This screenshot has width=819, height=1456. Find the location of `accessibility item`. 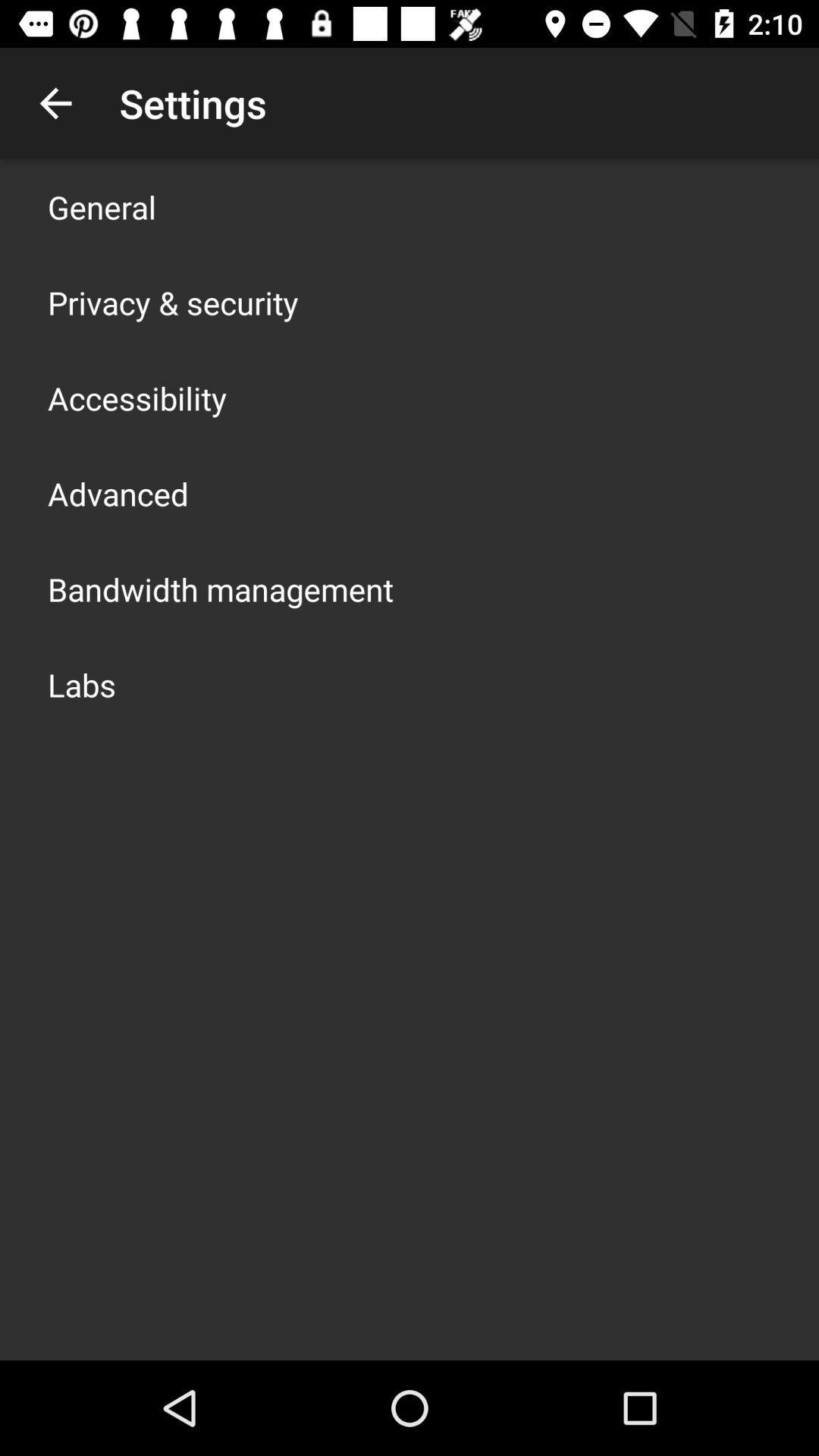

accessibility item is located at coordinates (137, 397).